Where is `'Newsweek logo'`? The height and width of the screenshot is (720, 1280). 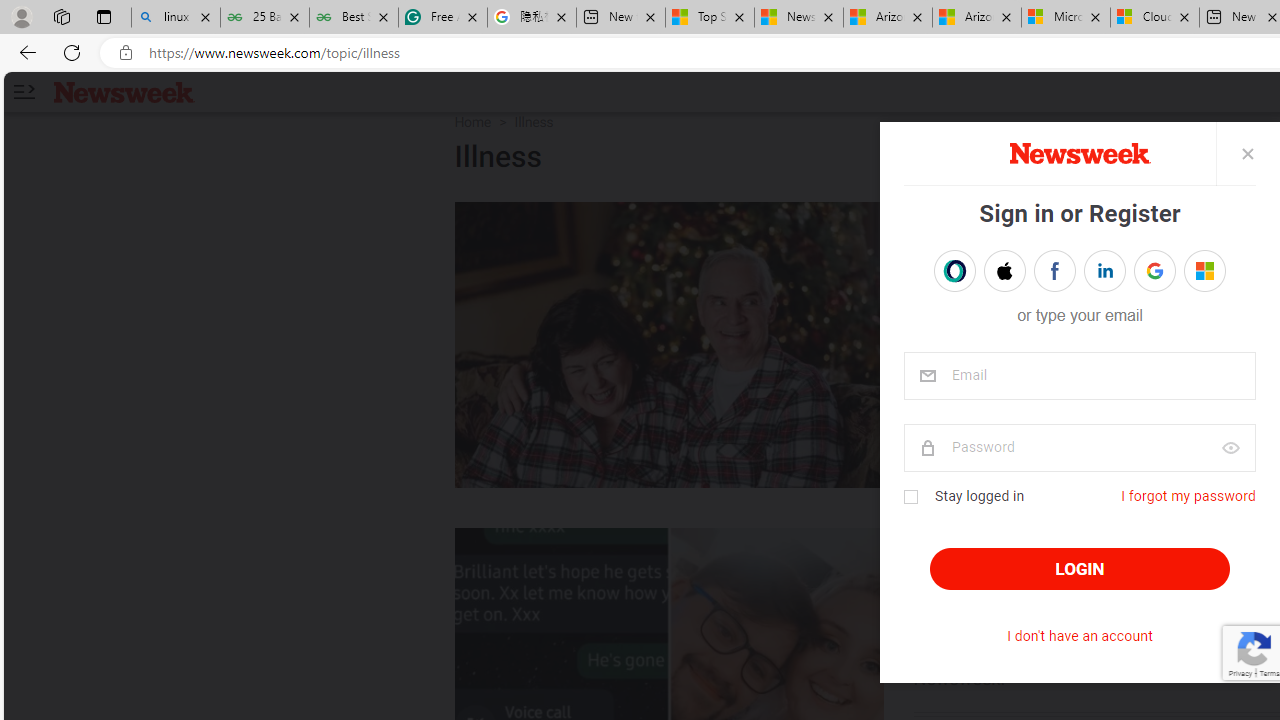 'Newsweek logo' is located at coordinates (123, 91).